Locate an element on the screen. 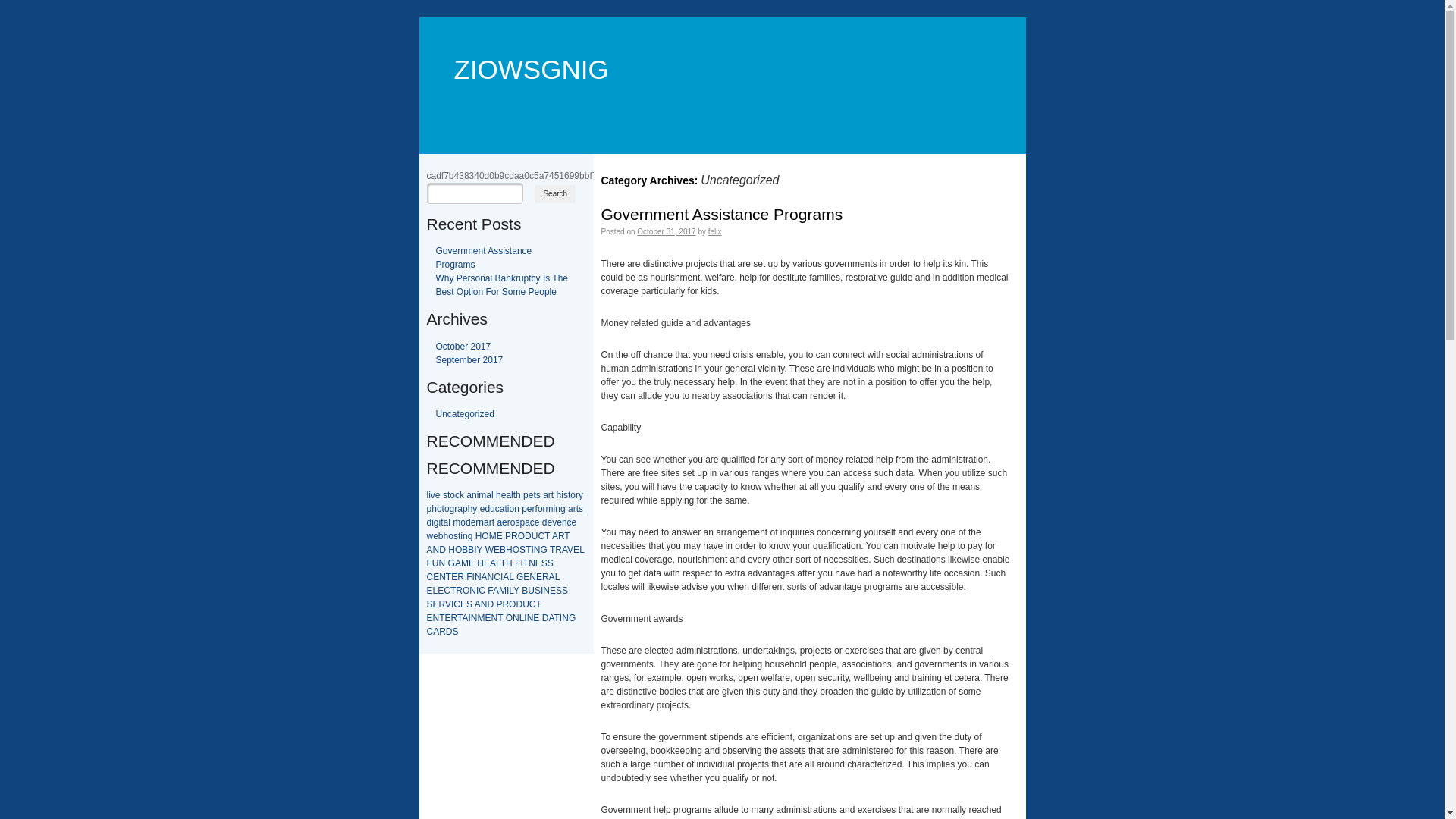  'T' is located at coordinates (500, 617).